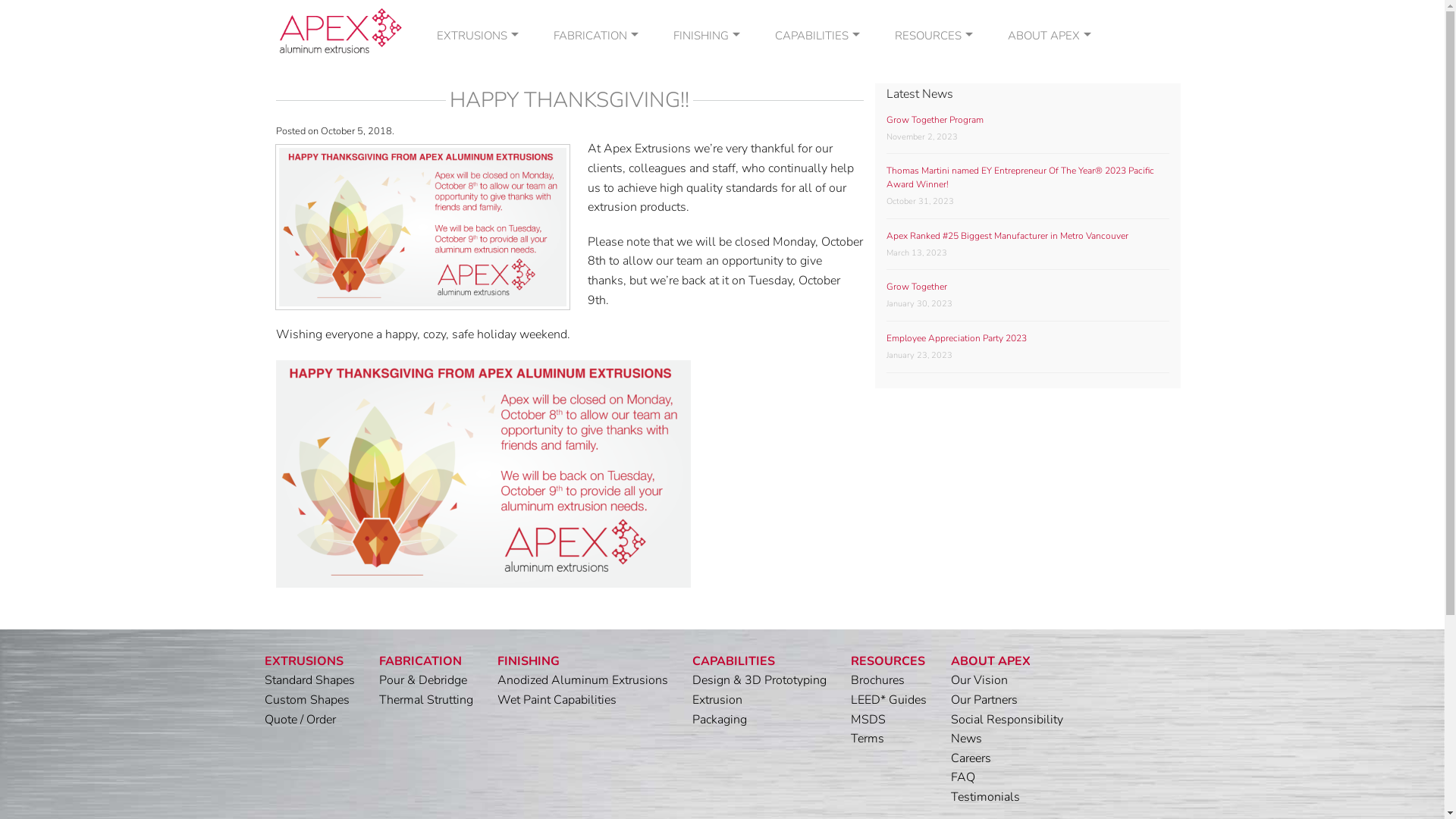 The width and height of the screenshot is (1456, 819). What do you see at coordinates (882, 35) in the screenshot?
I see `'RESOURCES'` at bounding box center [882, 35].